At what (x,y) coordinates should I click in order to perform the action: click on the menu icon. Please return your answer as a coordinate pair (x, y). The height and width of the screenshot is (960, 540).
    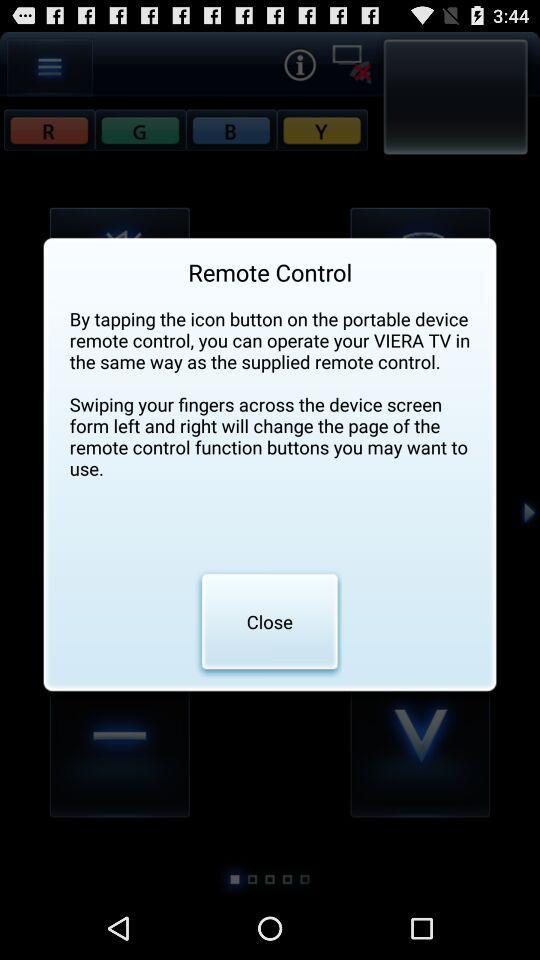
    Looking at the image, I should click on (50, 71).